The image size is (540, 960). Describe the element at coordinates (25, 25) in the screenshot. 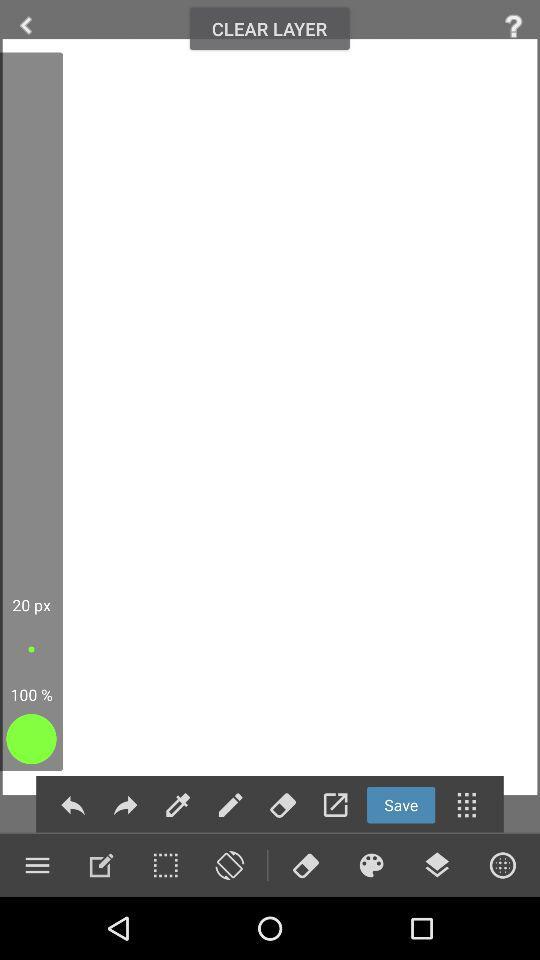

I see `ride` at that location.